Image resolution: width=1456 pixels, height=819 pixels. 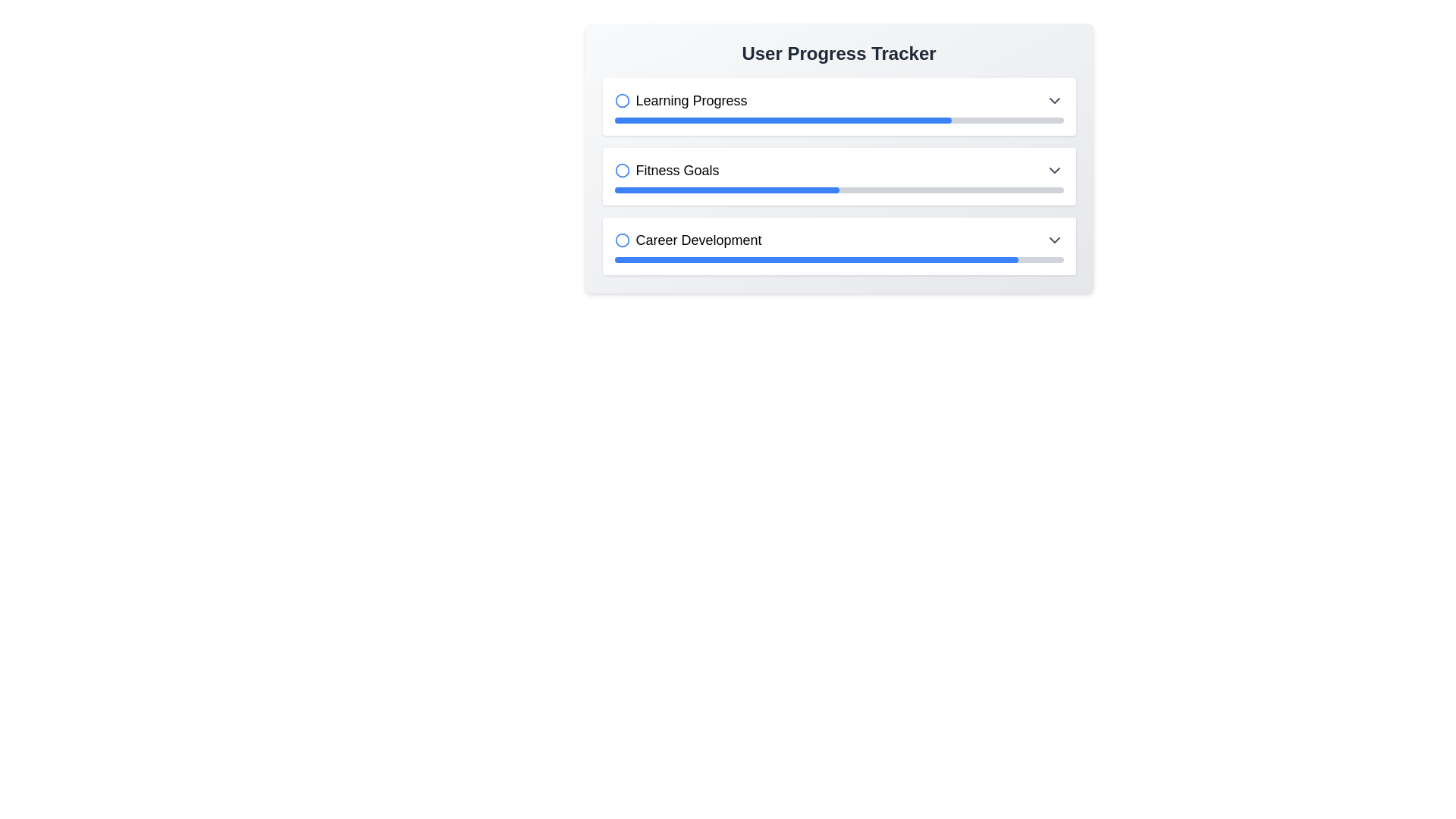 I want to click on the downward-pointing arrow icon button located at the far right of the 'Fitness Goals' section, so click(x=1053, y=170).